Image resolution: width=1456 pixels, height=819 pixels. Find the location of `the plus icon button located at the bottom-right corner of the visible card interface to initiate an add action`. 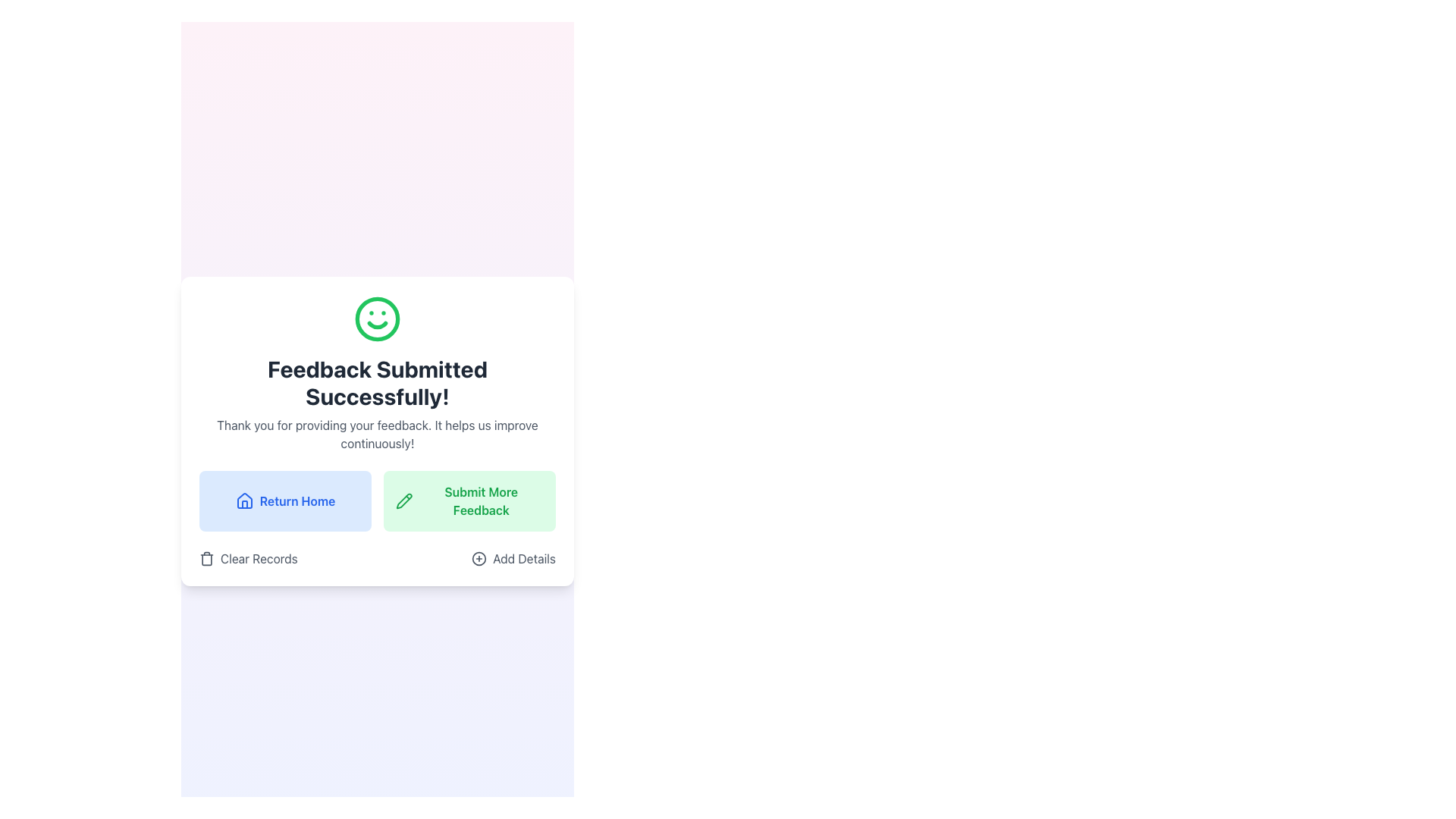

the plus icon button located at the bottom-right corner of the visible card interface to initiate an add action is located at coordinates (479, 558).